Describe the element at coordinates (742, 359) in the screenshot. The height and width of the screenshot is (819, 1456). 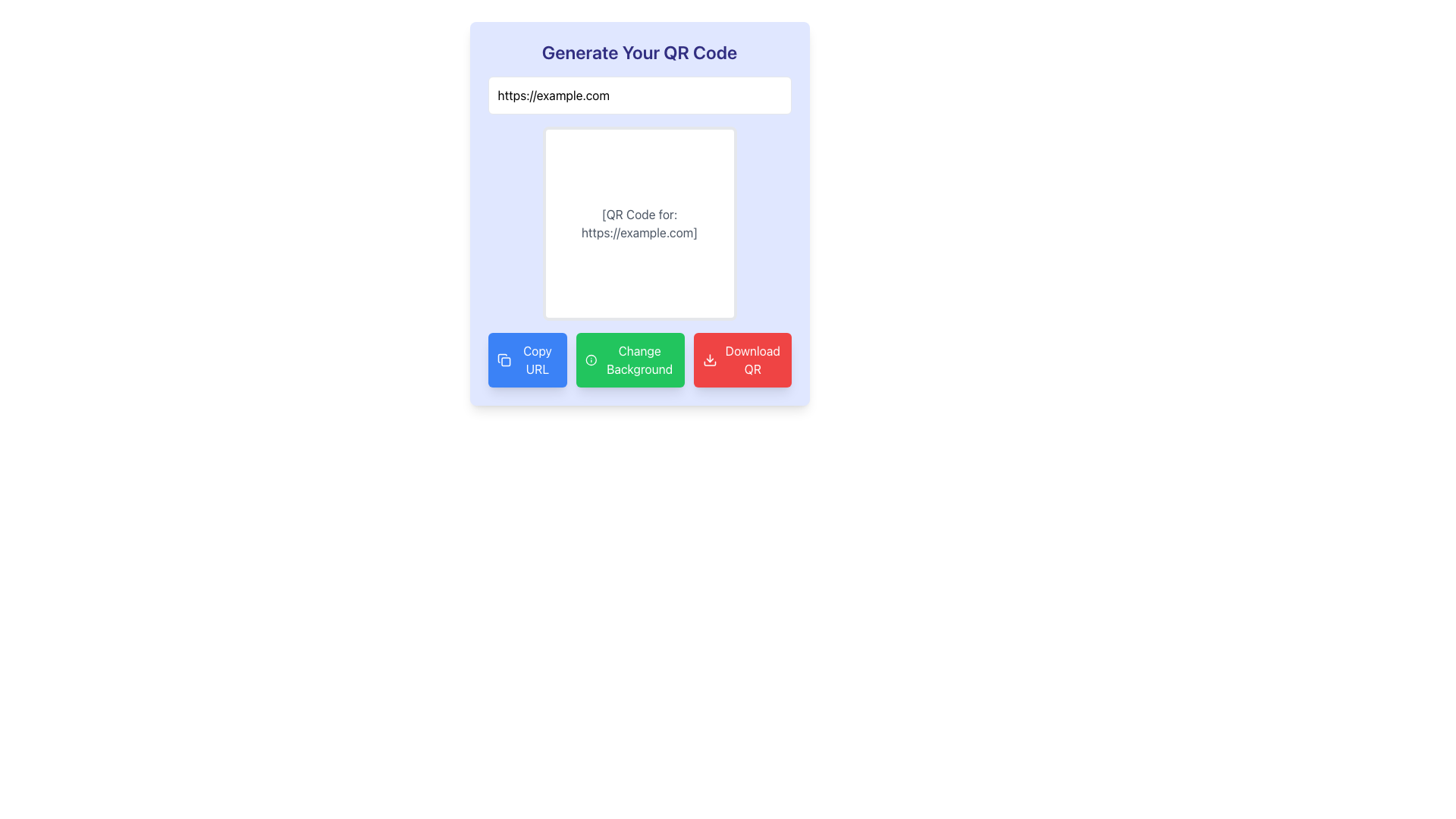
I see `the rightmost button in a row of three buttons that allows users to download the QR code, located at the bottom part of the interface` at that location.